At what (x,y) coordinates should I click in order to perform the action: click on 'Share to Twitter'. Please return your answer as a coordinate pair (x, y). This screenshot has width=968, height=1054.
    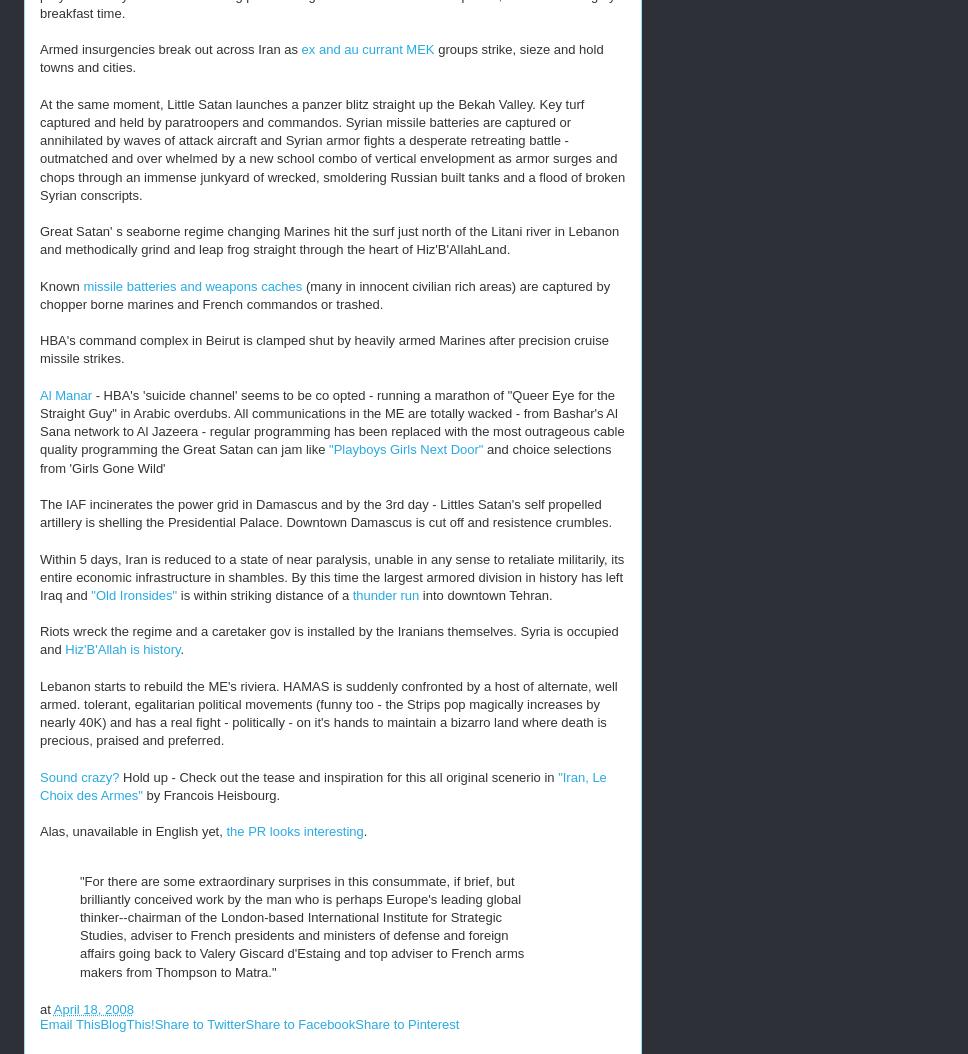
    Looking at the image, I should click on (153, 1023).